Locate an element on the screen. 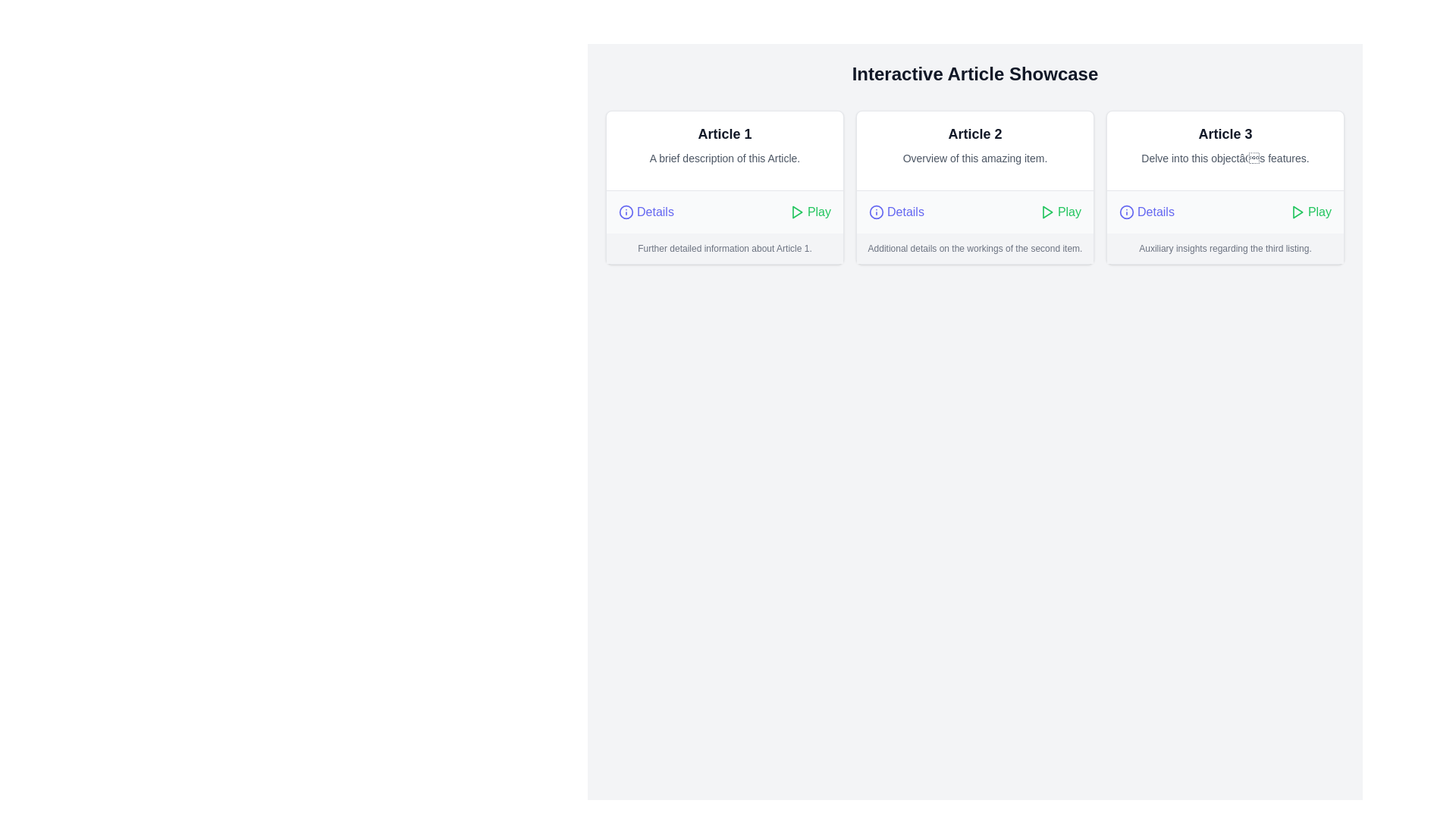 The image size is (1456, 819). the small text block with a gray background and light gray text located at the bottom of the 'Article 2' card, beneath the 'Details' and 'Play' elements is located at coordinates (975, 247).